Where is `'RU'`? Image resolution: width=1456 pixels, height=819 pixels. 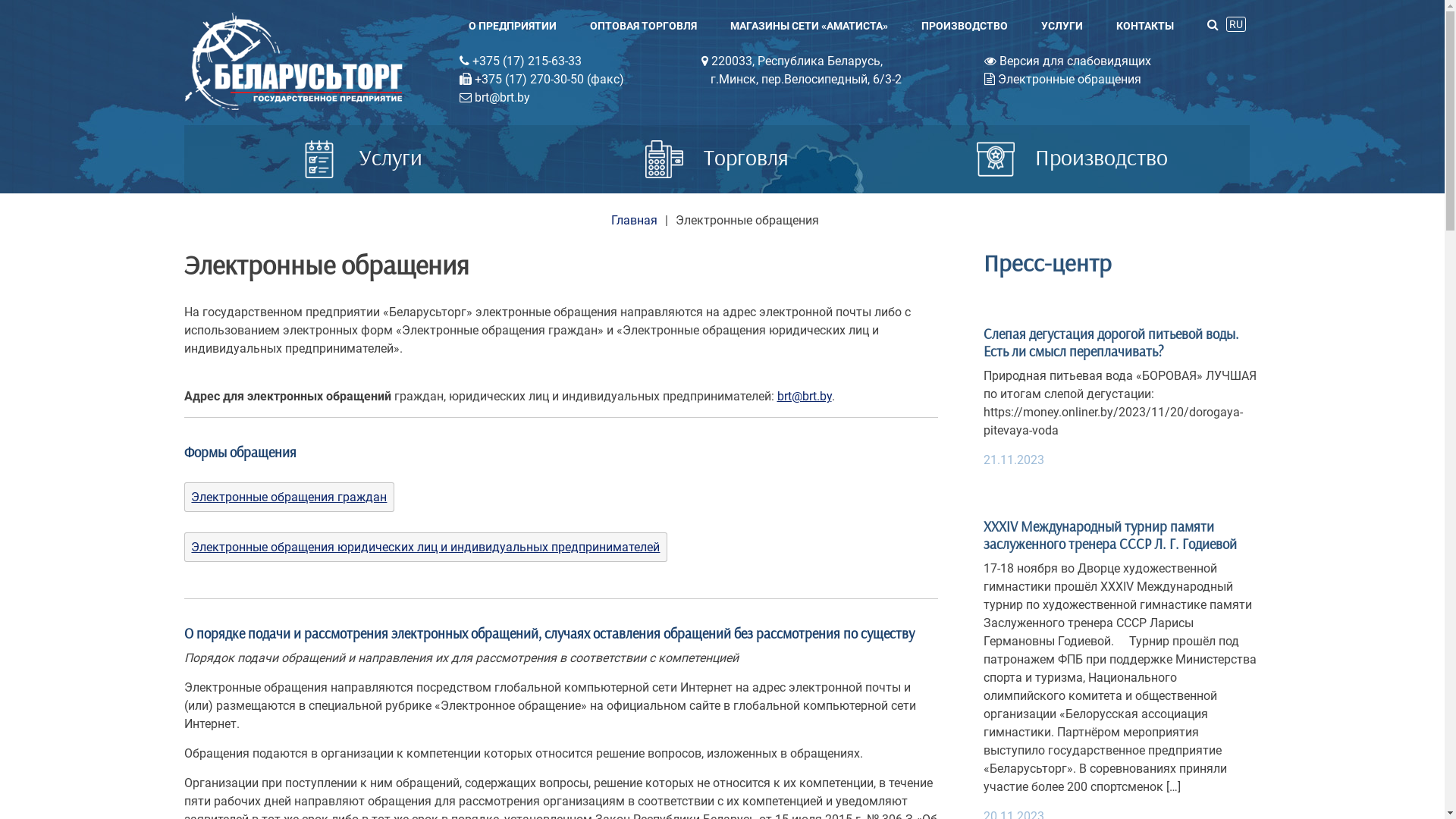 'RU' is located at coordinates (1235, 24).